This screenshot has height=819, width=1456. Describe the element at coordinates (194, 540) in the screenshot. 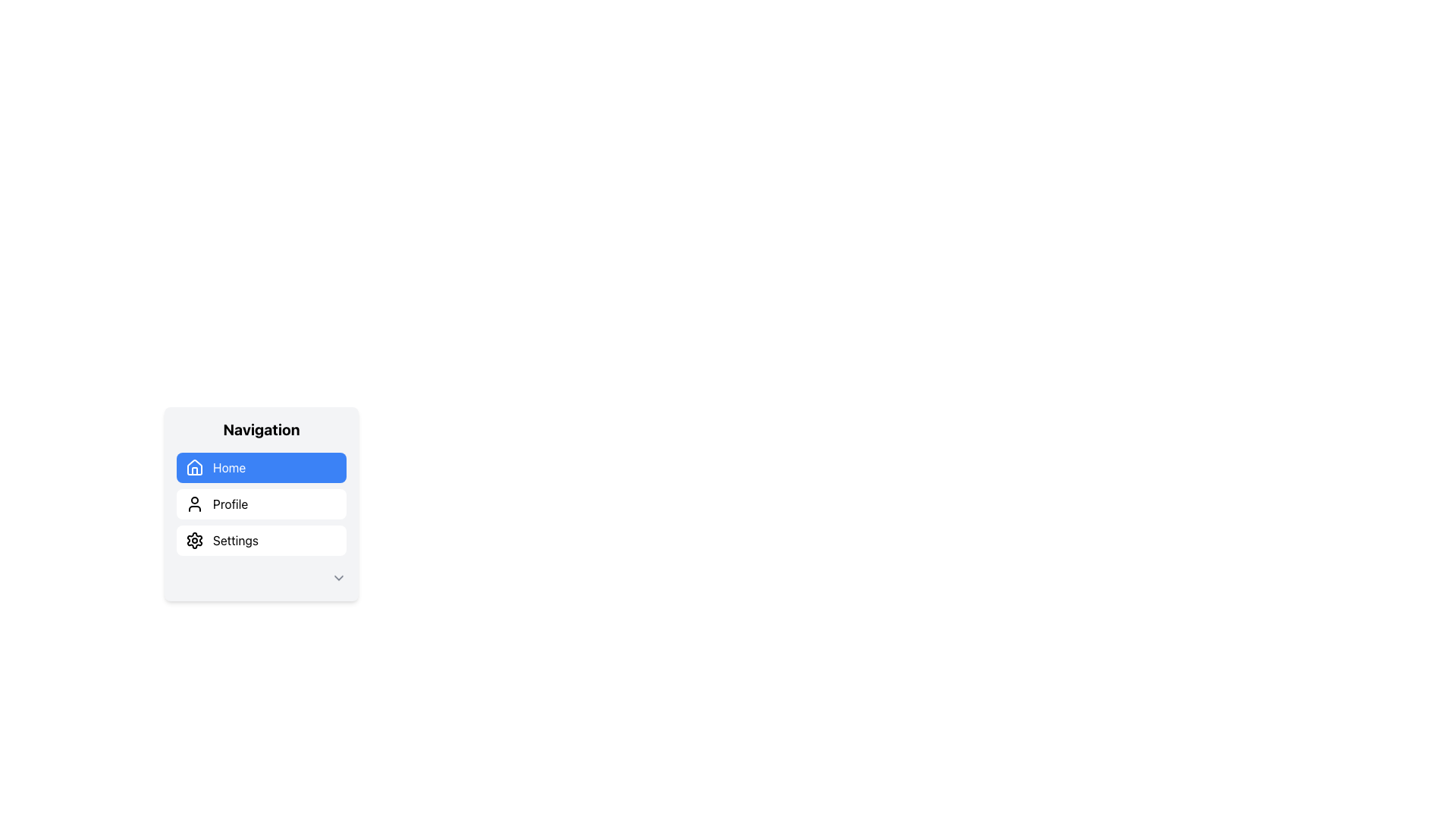

I see `the gear icon located within the 'Settings' button area` at that location.